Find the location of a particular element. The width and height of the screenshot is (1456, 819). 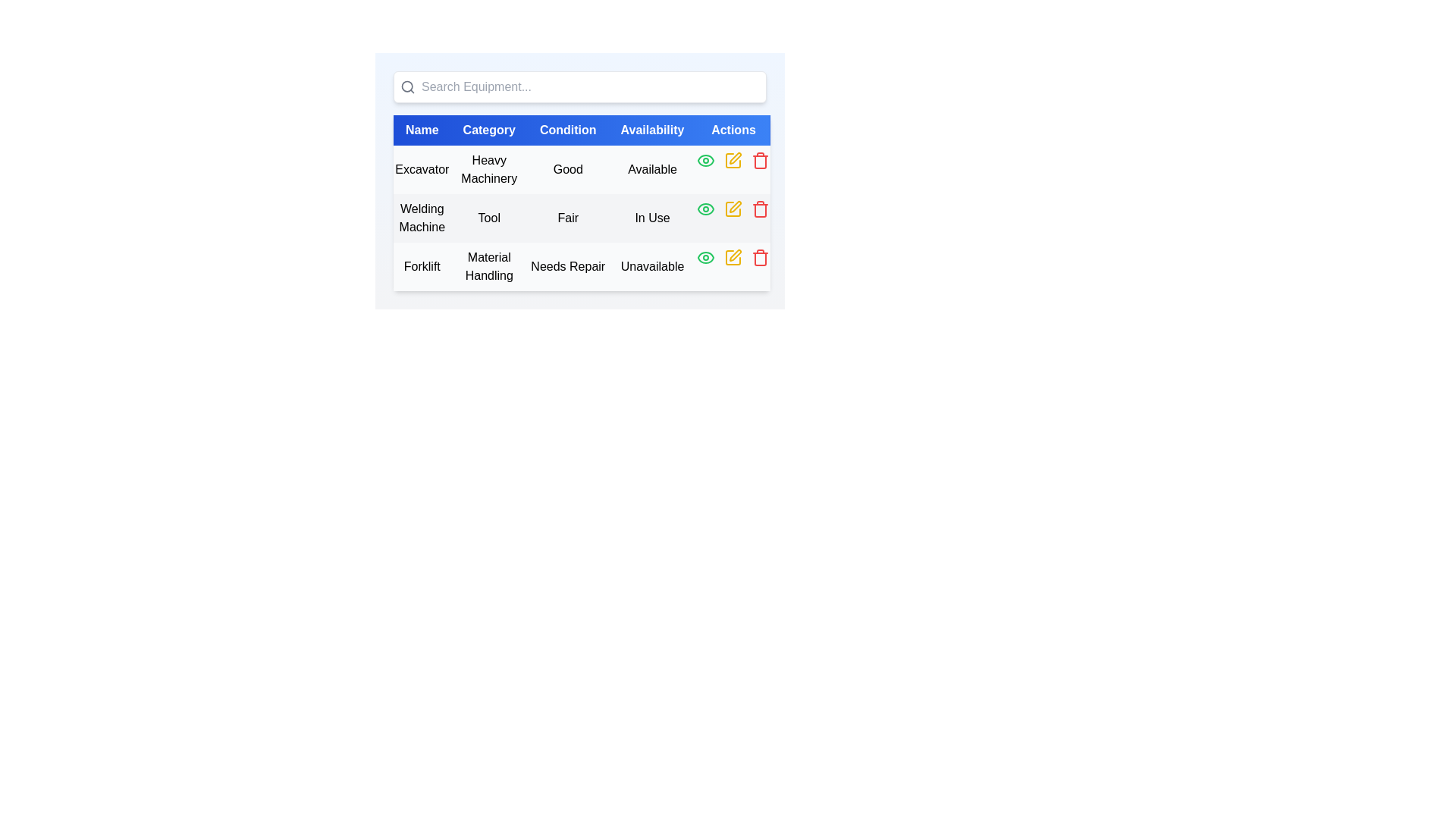

the Icon Button in the 'Actions' column of the second row corresponding to the 'Welding Machine' entry is located at coordinates (733, 209).